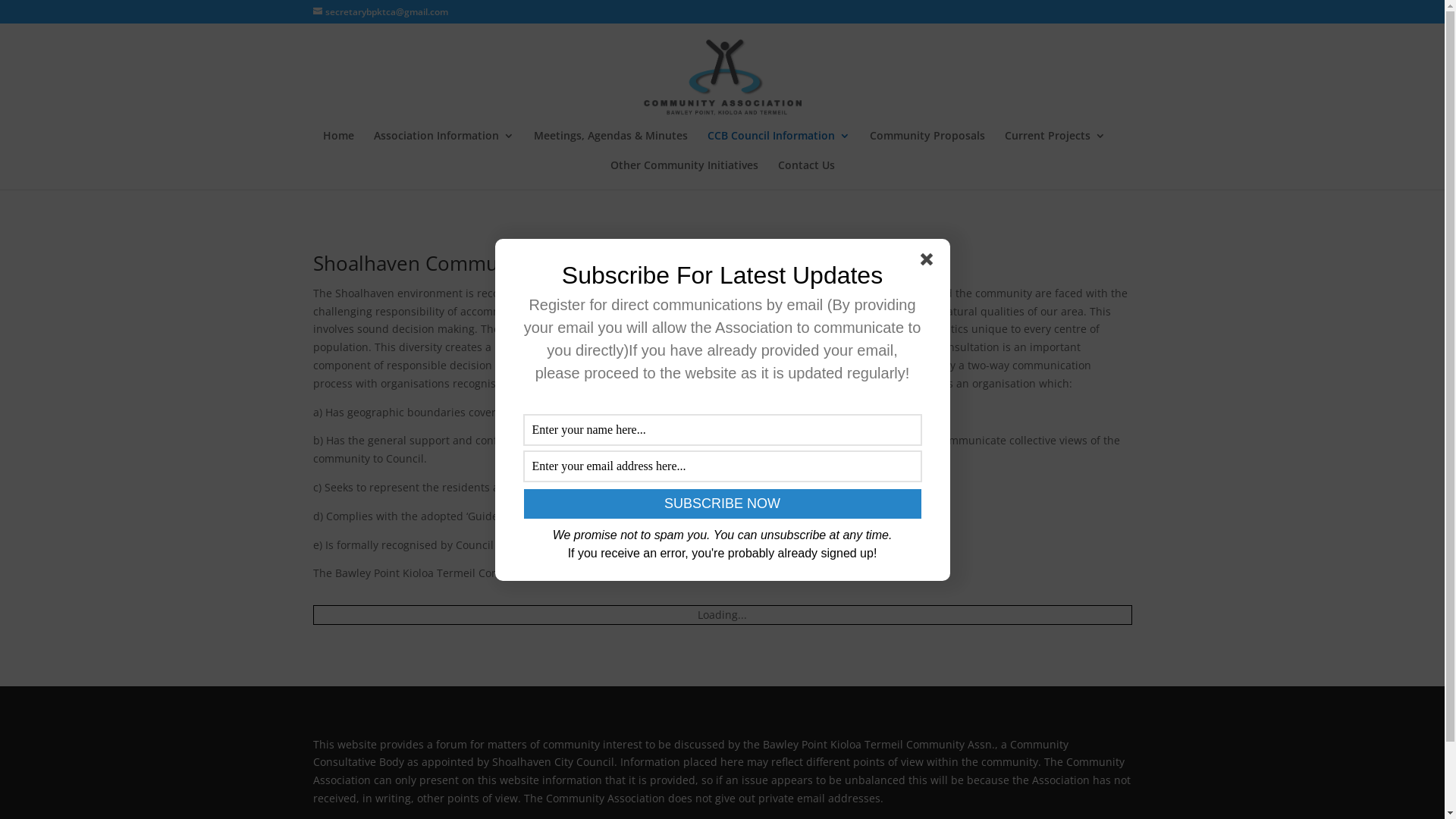 The height and width of the screenshot is (819, 1456). Describe the element at coordinates (682, 174) in the screenshot. I see `'Other Community Initiatives'` at that location.